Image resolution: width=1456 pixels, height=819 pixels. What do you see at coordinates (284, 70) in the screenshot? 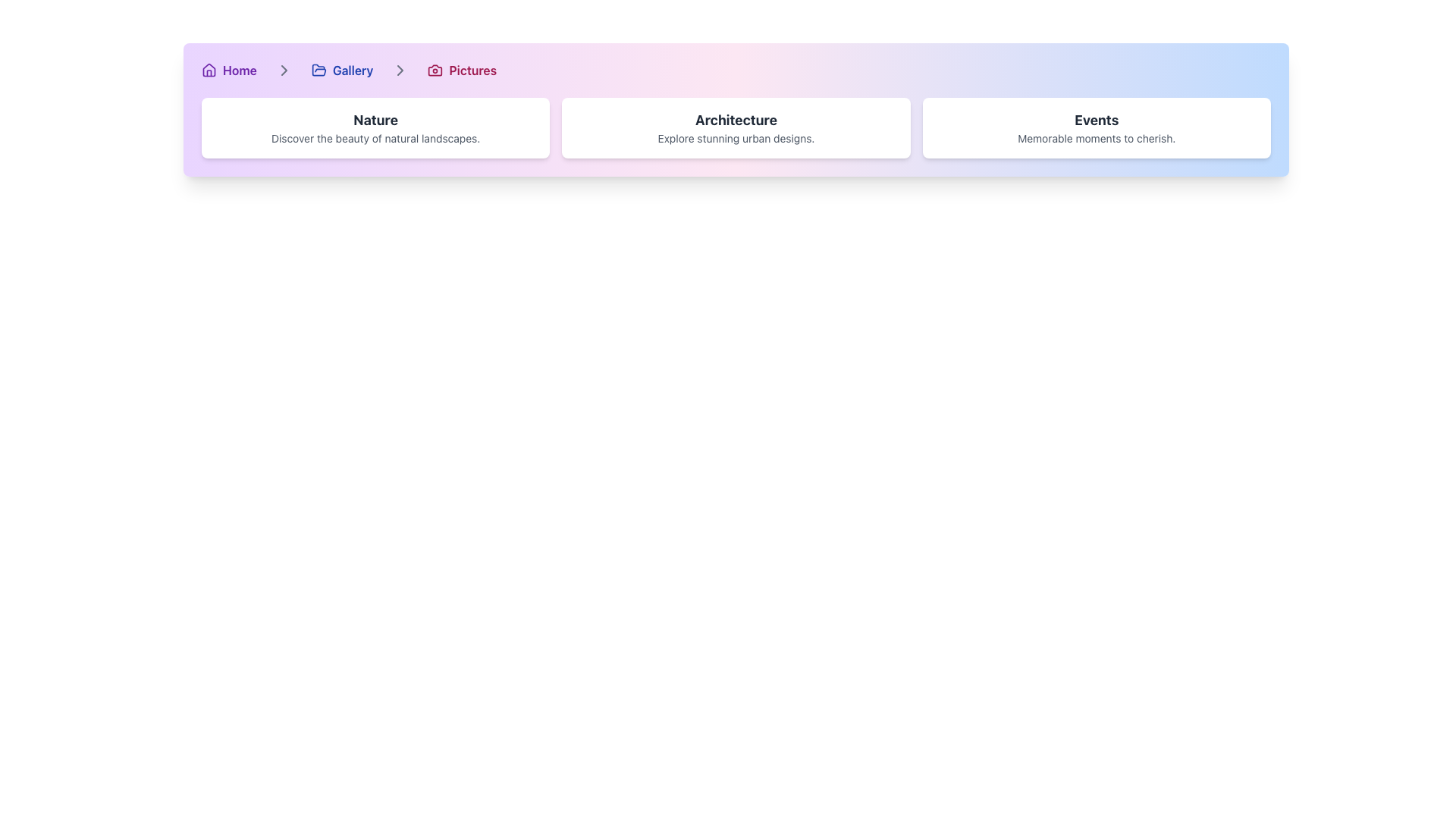
I see `the chevron icon used for hierarchical navigation in the breadcrumb navigation bar, which is located between the 'Home' label and the 'Gallery' label` at bounding box center [284, 70].